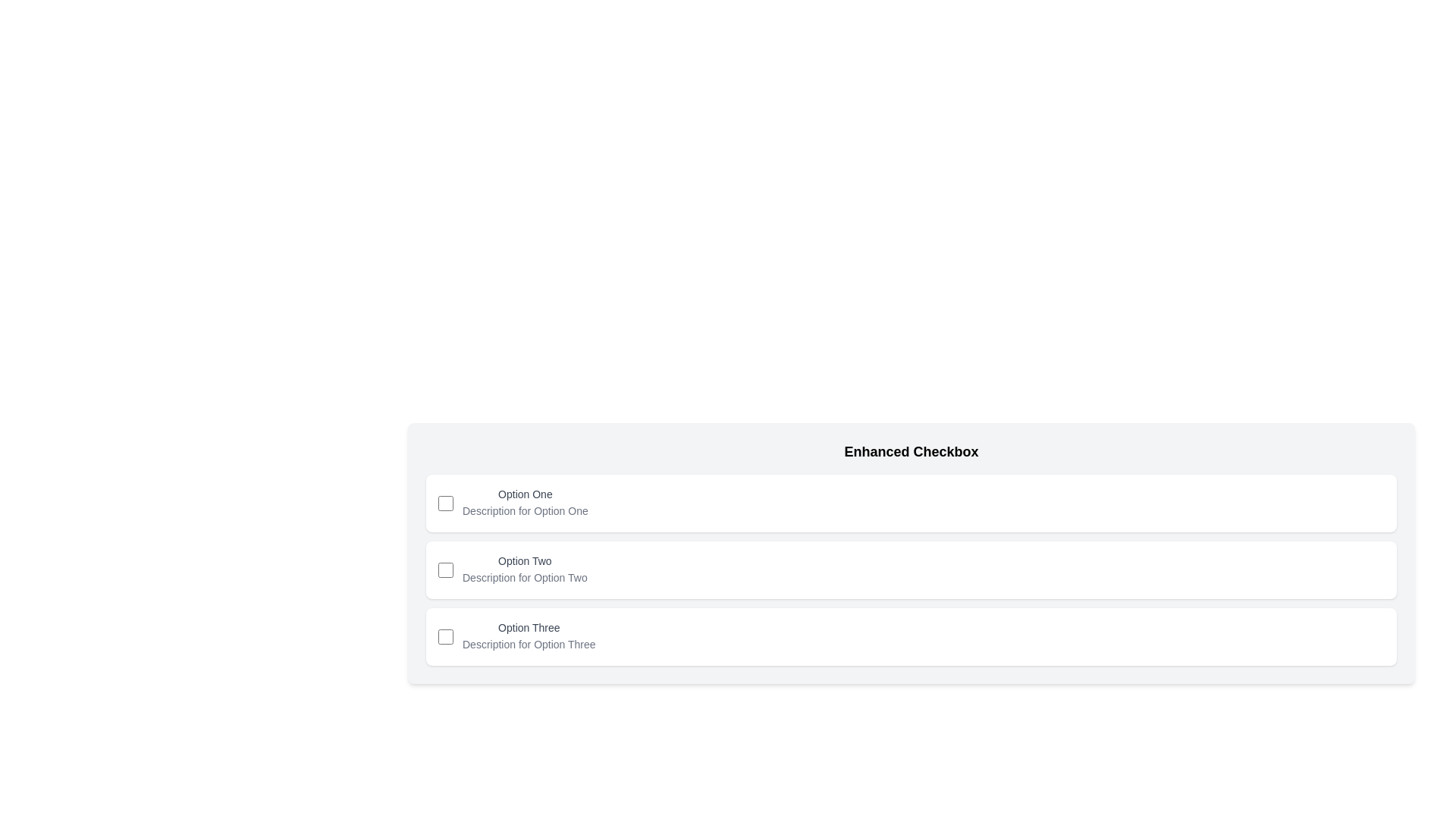  I want to click on the text label displaying 'Description for Option Two', which is located directly beneath 'Option Two' in a vertical alignment with other options, so click(525, 578).